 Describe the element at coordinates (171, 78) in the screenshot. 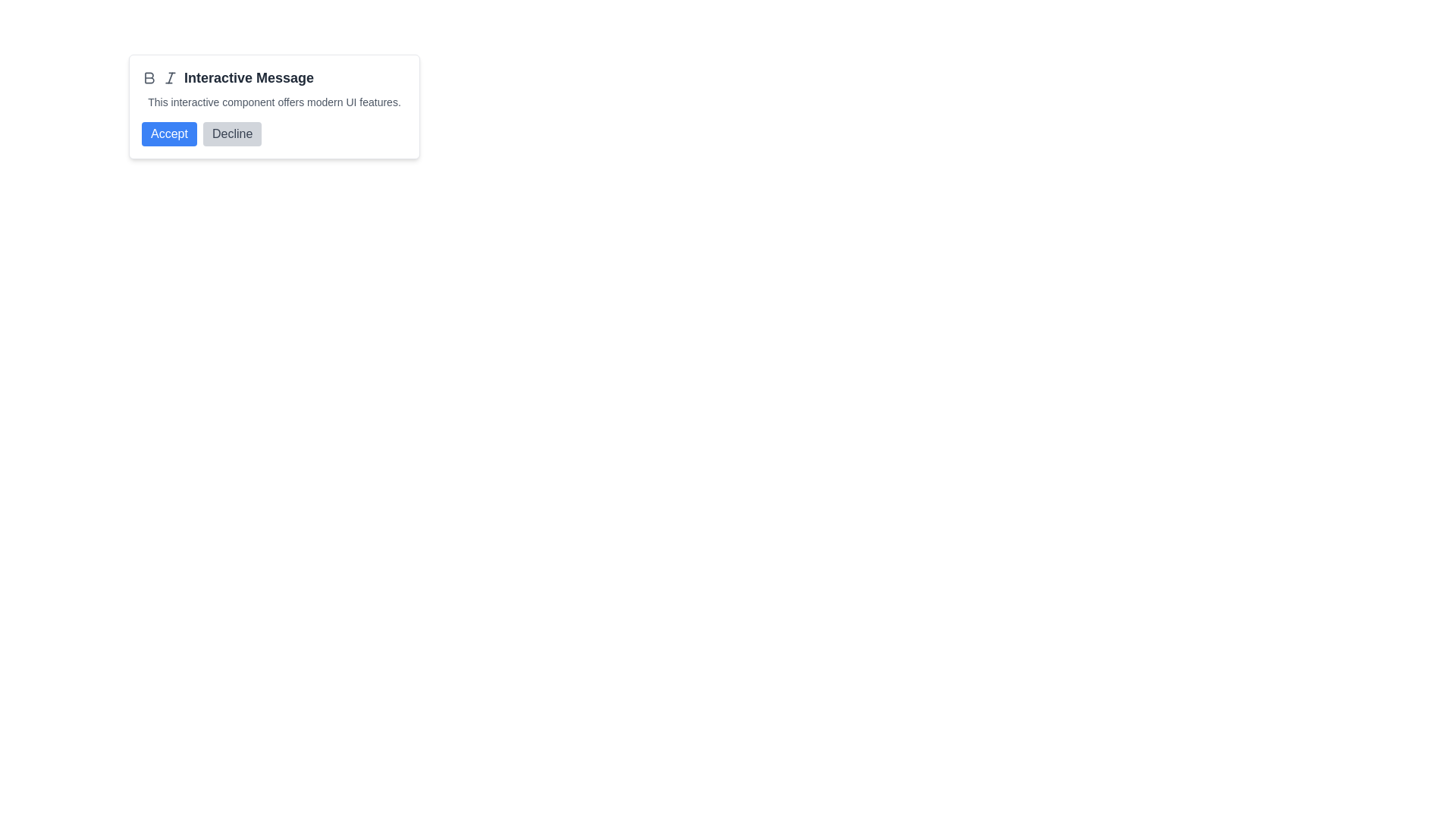

I see `the italic styling icon button located between the bold icon and the heading 'Interactive Message', positioned slightly above the buttons below` at that location.